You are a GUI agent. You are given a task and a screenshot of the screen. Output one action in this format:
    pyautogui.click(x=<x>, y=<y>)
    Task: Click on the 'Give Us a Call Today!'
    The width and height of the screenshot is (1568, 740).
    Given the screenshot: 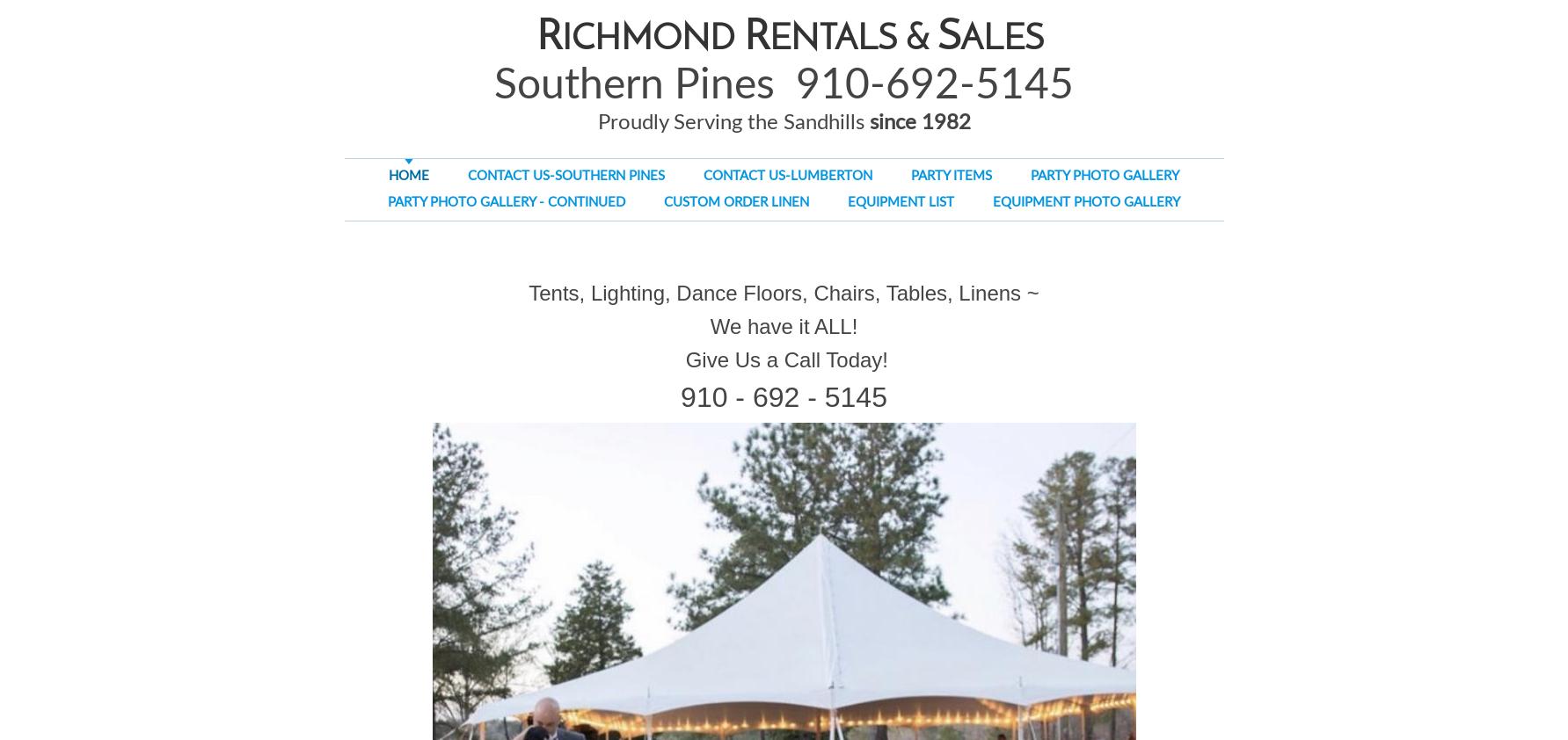 What is the action you would take?
    pyautogui.click(x=678, y=359)
    